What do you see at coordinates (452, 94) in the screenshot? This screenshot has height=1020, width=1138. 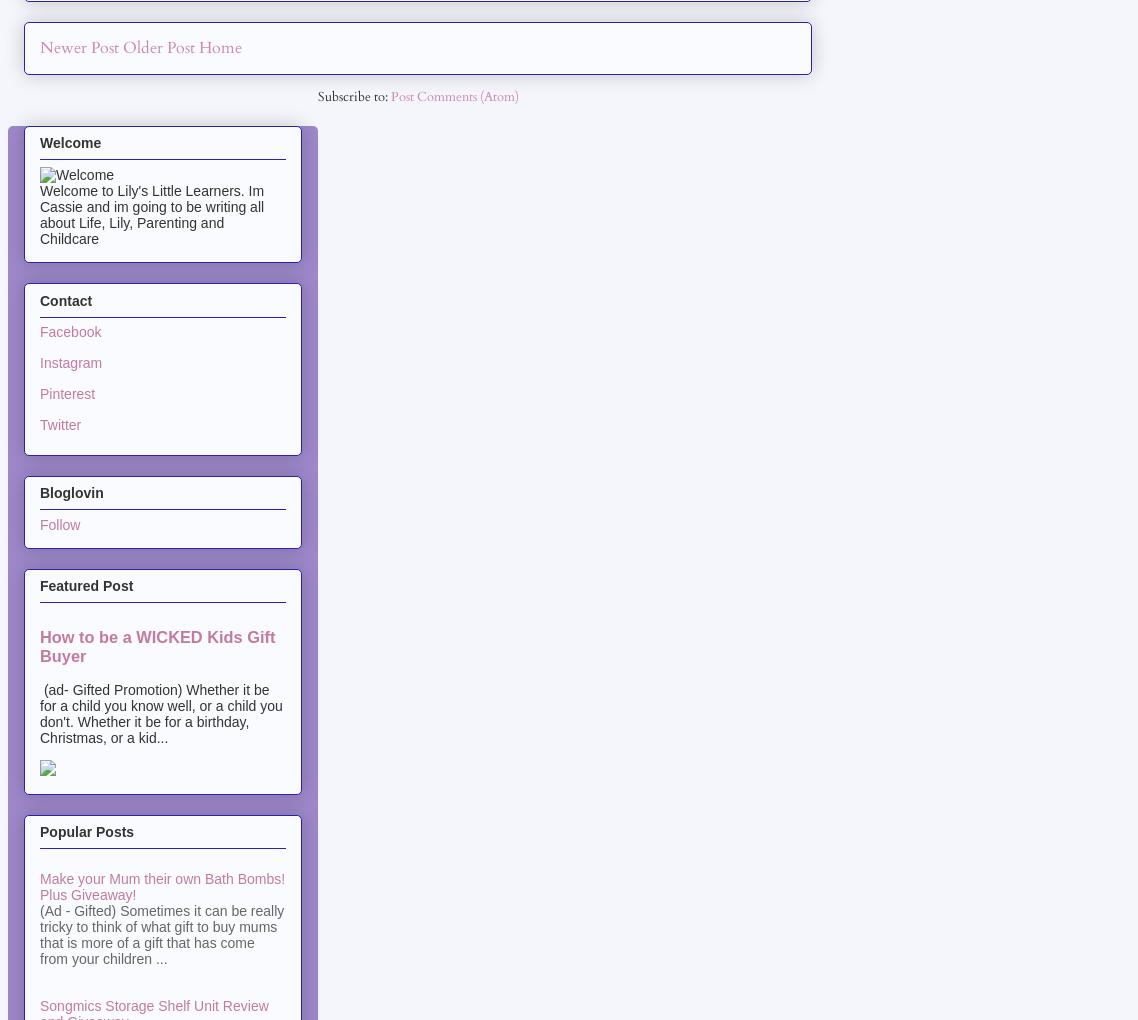 I see `'Post Comments (Atom)'` at bounding box center [452, 94].